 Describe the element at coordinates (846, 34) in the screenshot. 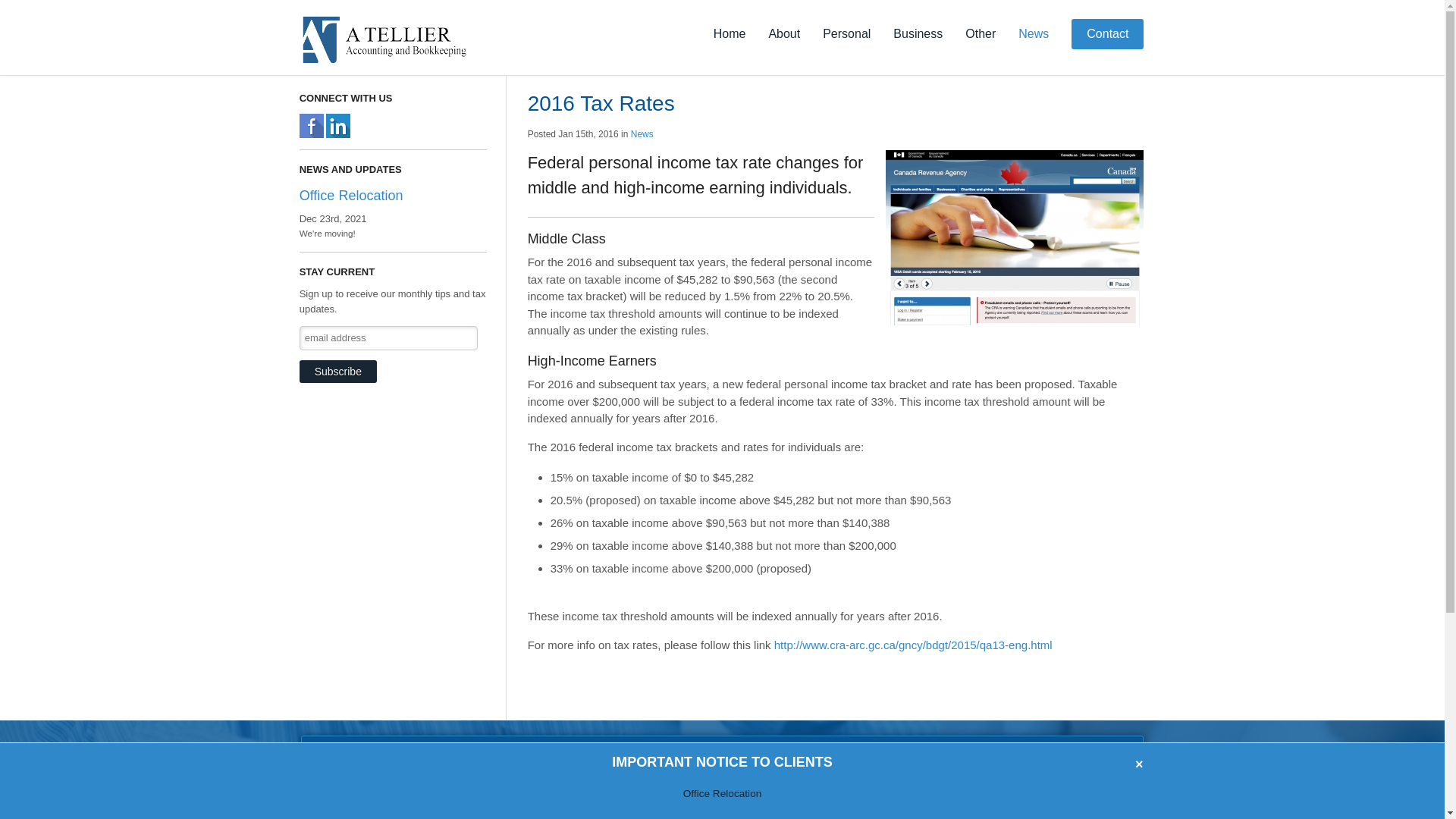

I see `'Personal'` at that location.